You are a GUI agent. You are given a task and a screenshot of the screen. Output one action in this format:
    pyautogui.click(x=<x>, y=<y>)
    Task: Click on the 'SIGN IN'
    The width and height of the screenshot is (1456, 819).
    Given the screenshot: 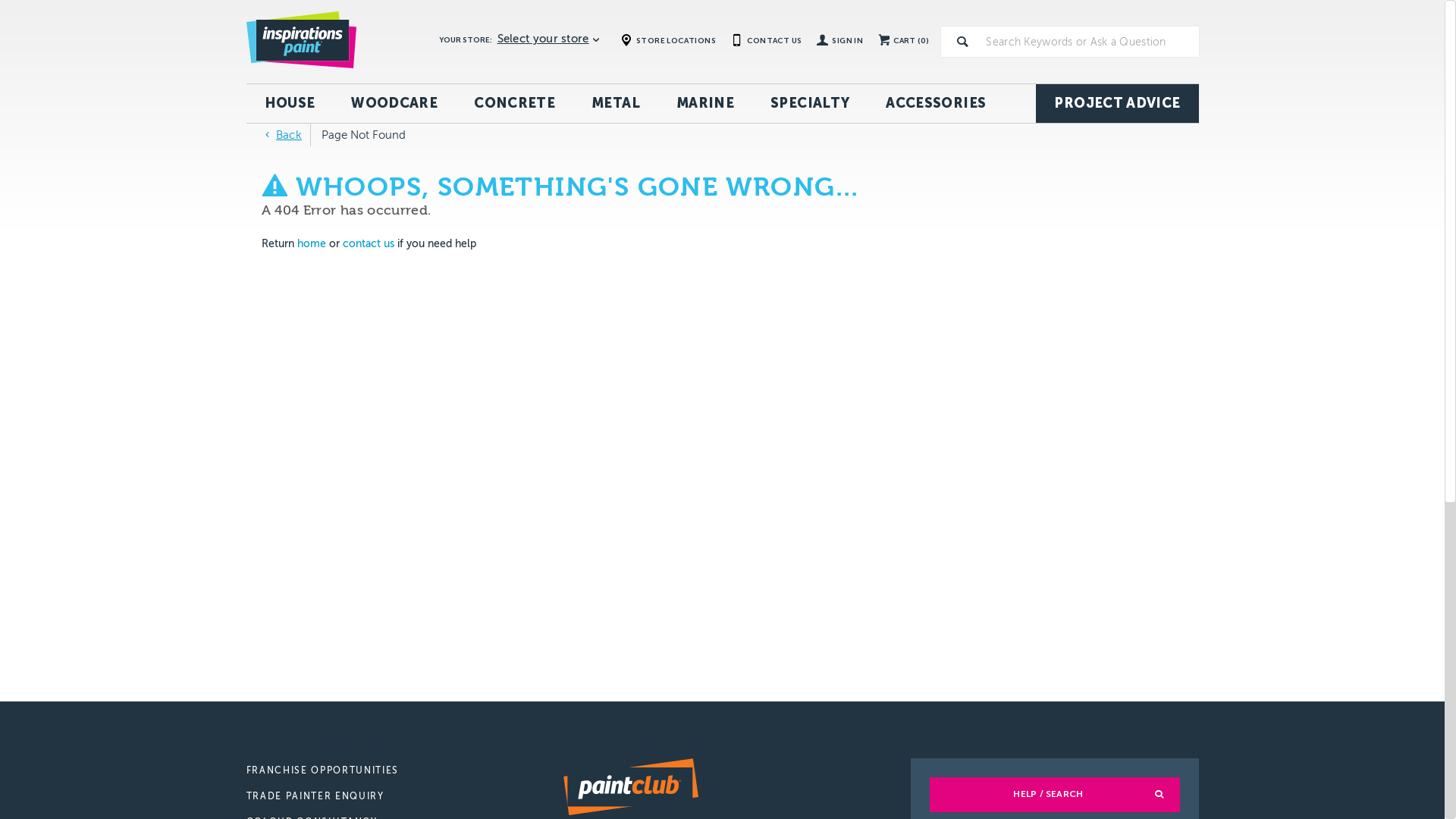 What is the action you would take?
    pyautogui.click(x=808, y=41)
    